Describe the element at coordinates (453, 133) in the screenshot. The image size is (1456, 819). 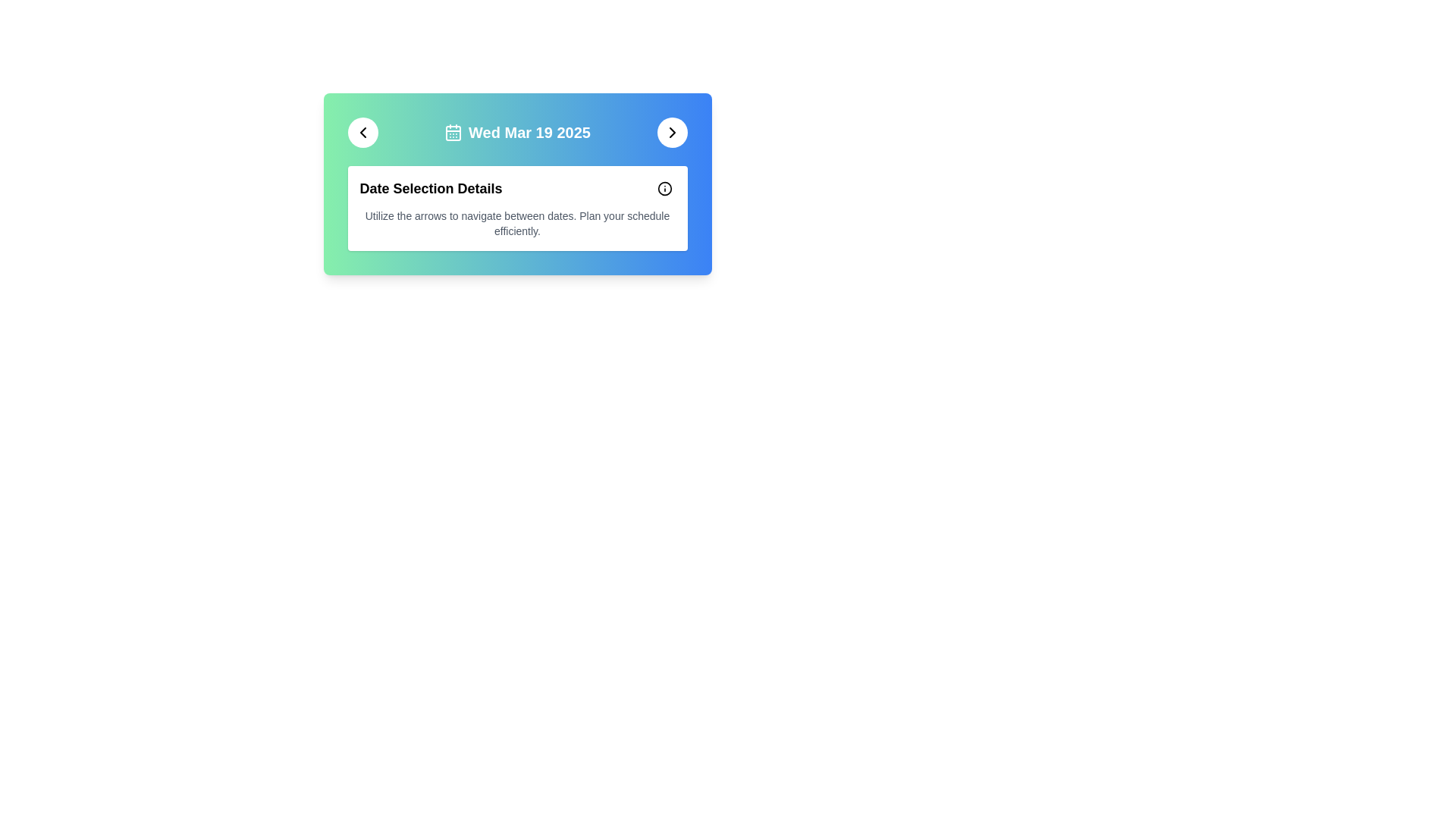
I see `the small rectangle with slightly rounded corners that is part of the calendar icon within the SVG group` at that location.